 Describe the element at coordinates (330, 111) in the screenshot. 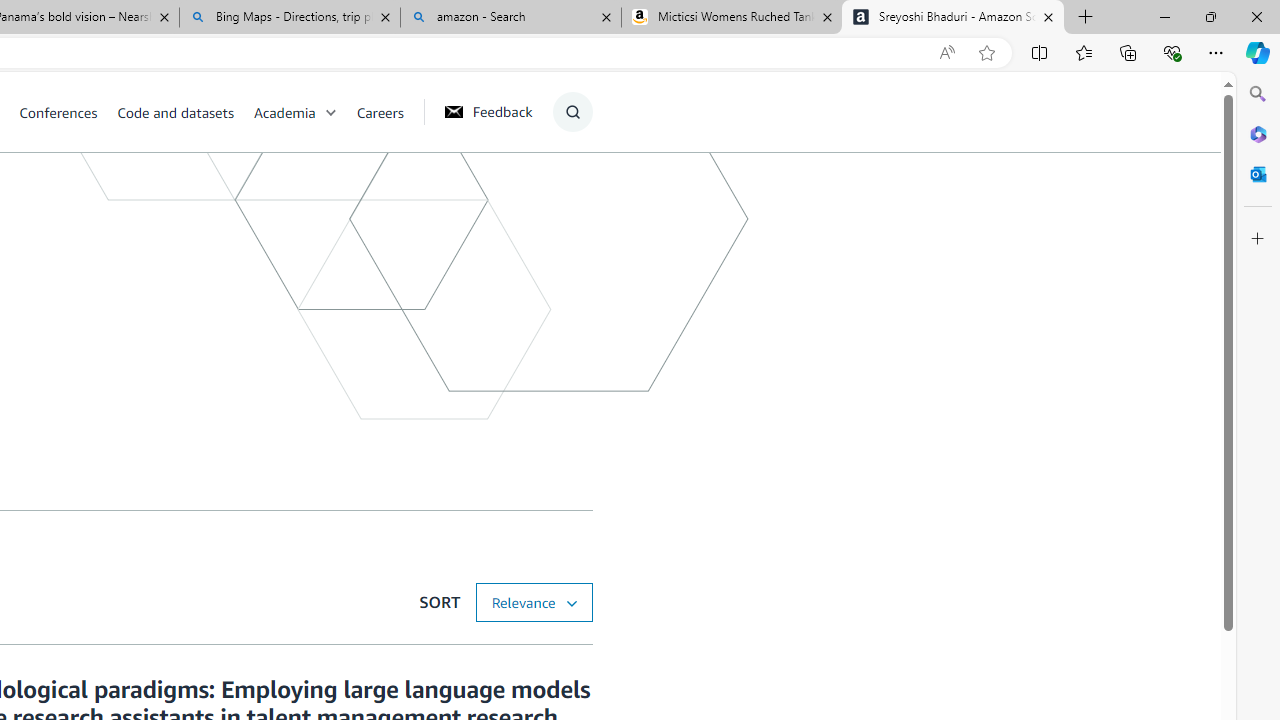

I see `'Open Sub Navigation'` at that location.